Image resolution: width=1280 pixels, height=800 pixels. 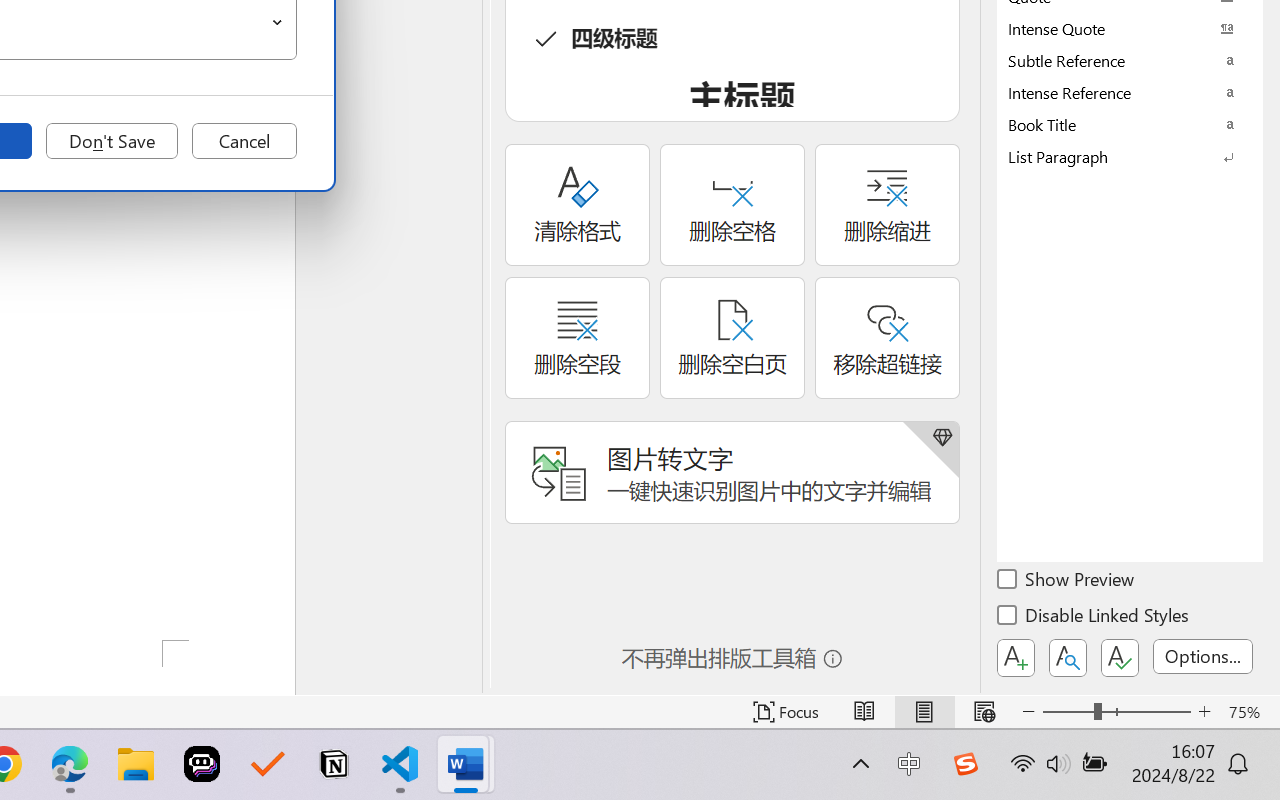 What do you see at coordinates (1066, 581) in the screenshot?
I see `'Show Preview'` at bounding box center [1066, 581].